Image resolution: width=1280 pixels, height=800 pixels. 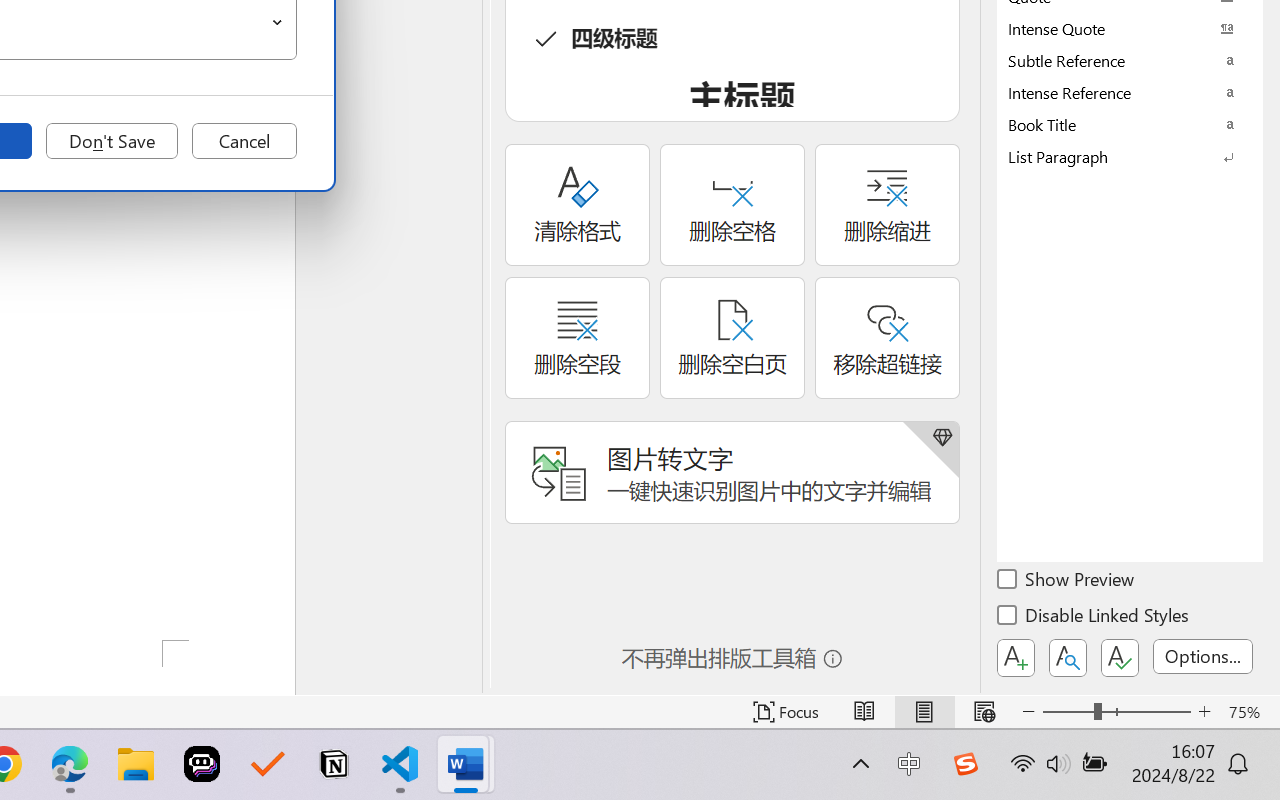 What do you see at coordinates (1066, 581) in the screenshot?
I see `'Show Preview'` at bounding box center [1066, 581].